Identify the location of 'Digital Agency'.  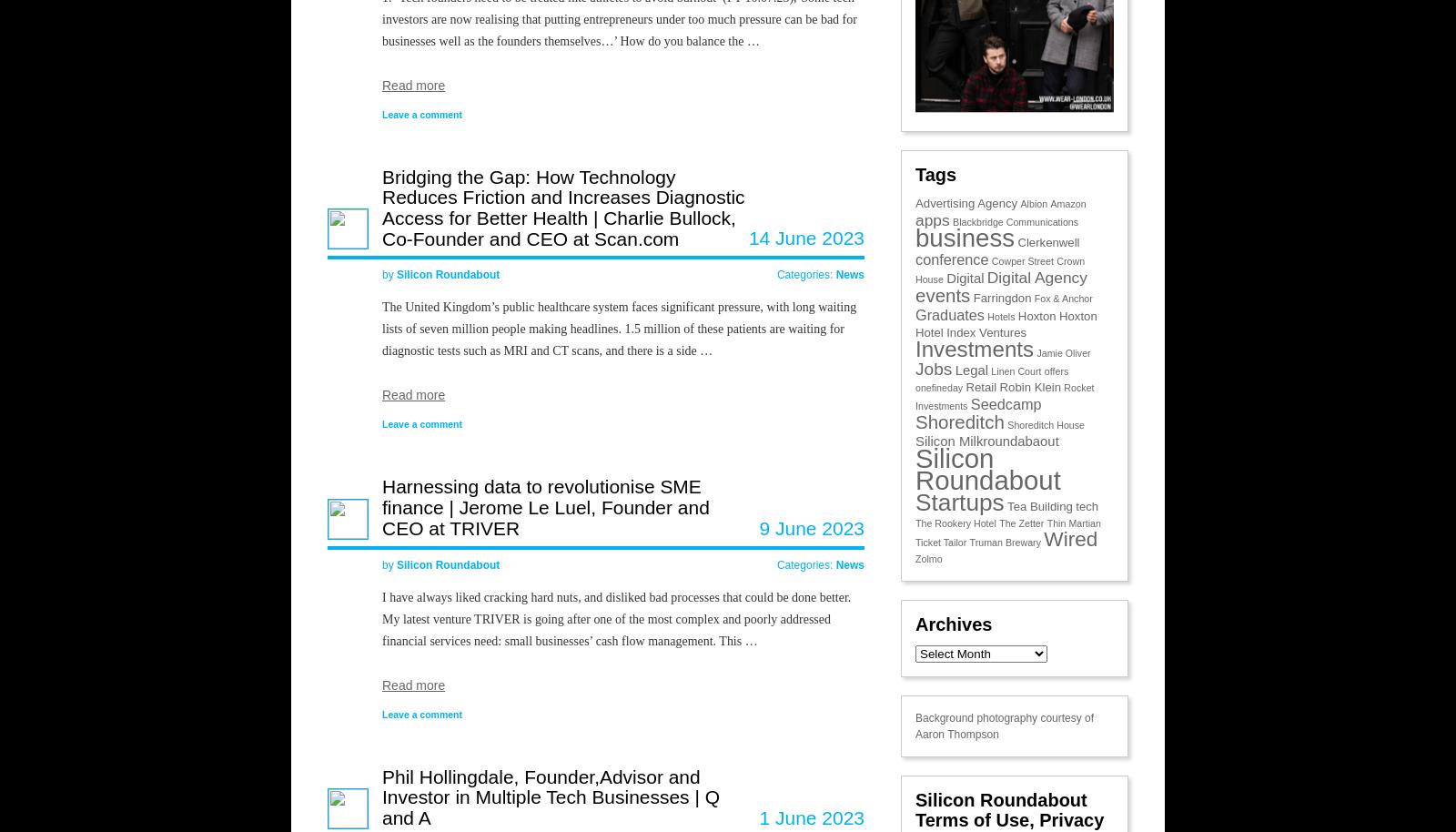
(1036, 276).